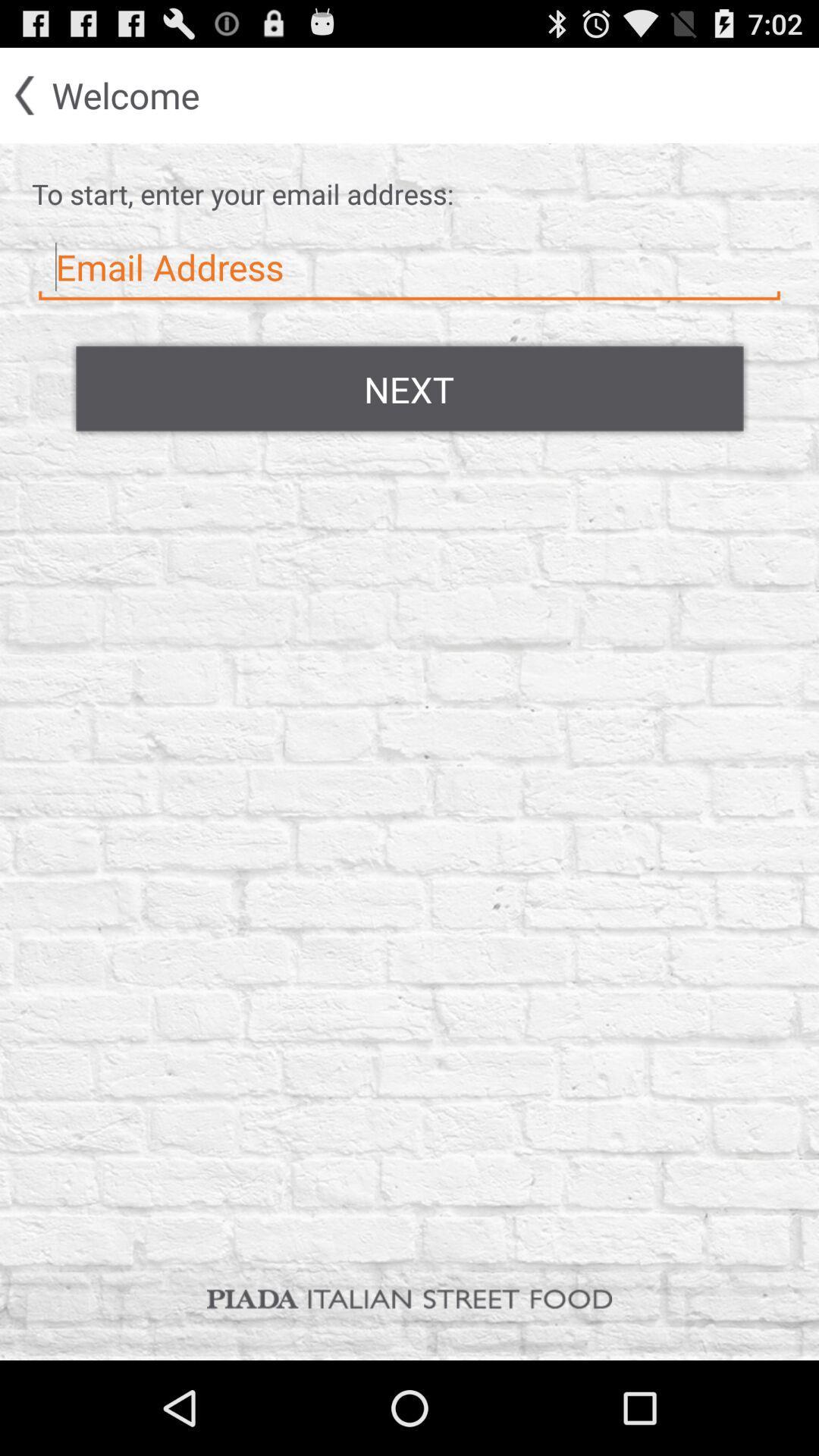 This screenshot has width=819, height=1456. Describe the element at coordinates (409, 268) in the screenshot. I see `email address` at that location.